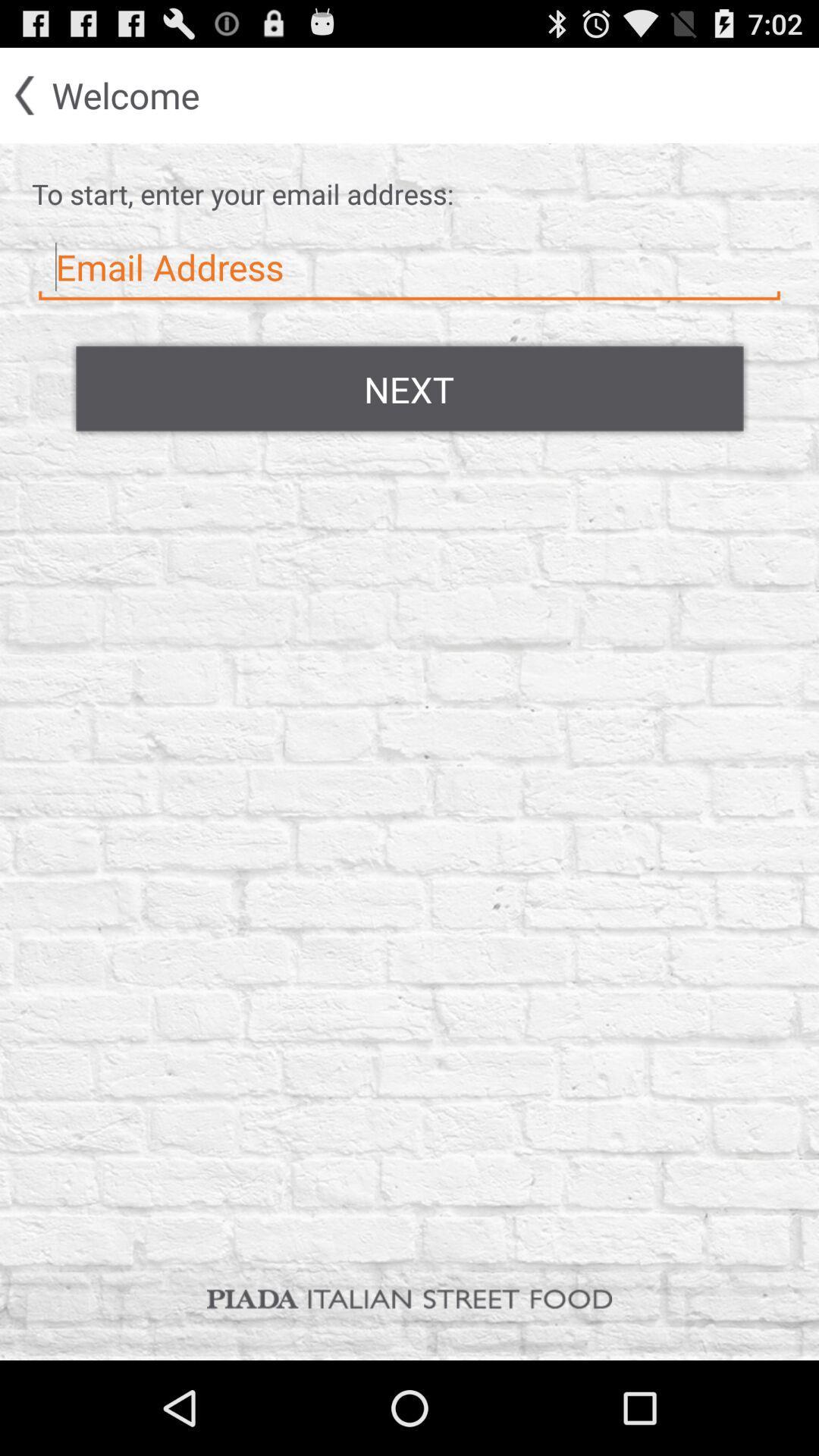 This screenshot has width=819, height=1456. Describe the element at coordinates (409, 268) in the screenshot. I see `email address` at that location.